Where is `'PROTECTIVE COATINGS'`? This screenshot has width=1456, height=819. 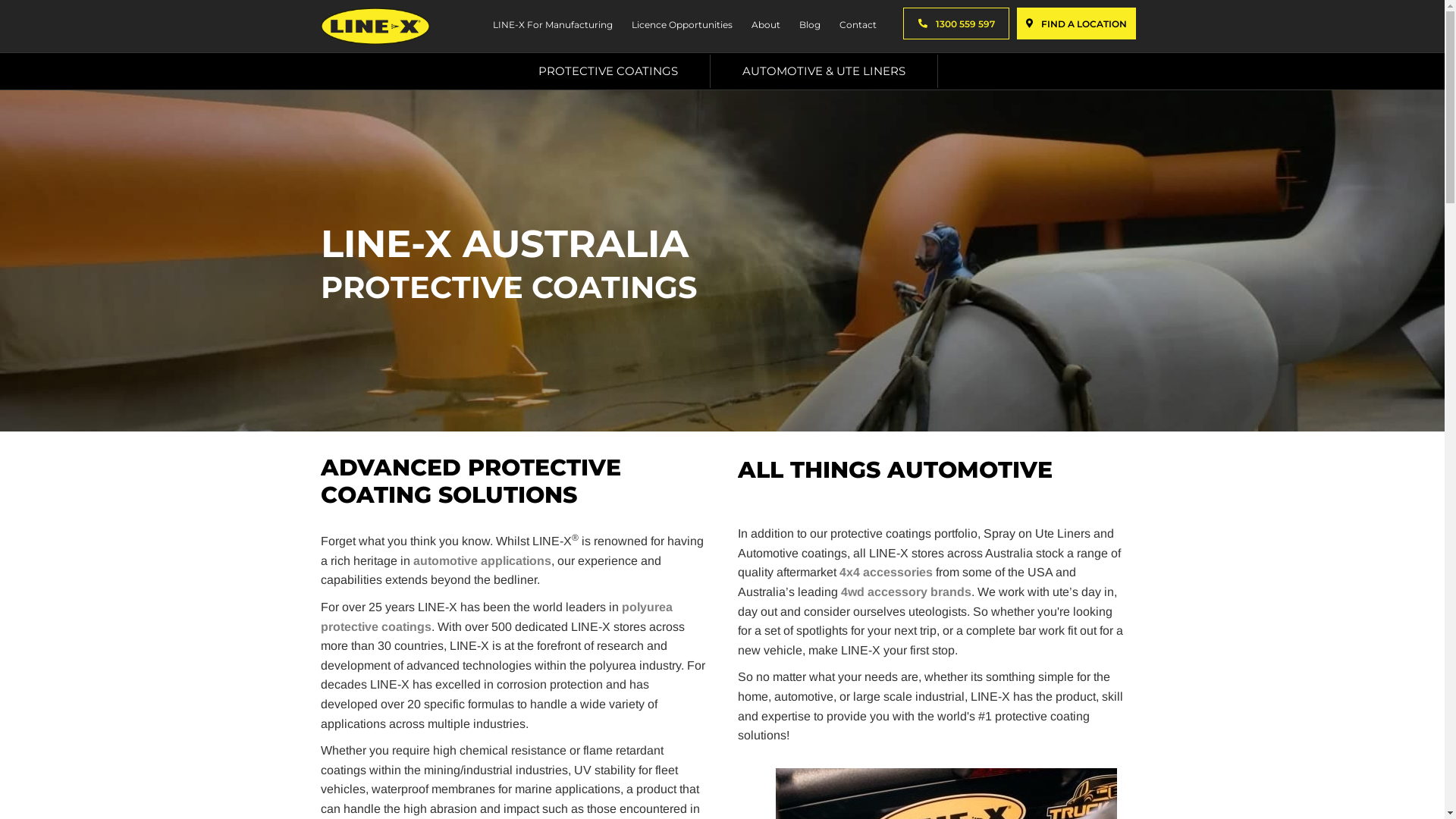 'PROTECTIVE COATINGS' is located at coordinates (608, 71).